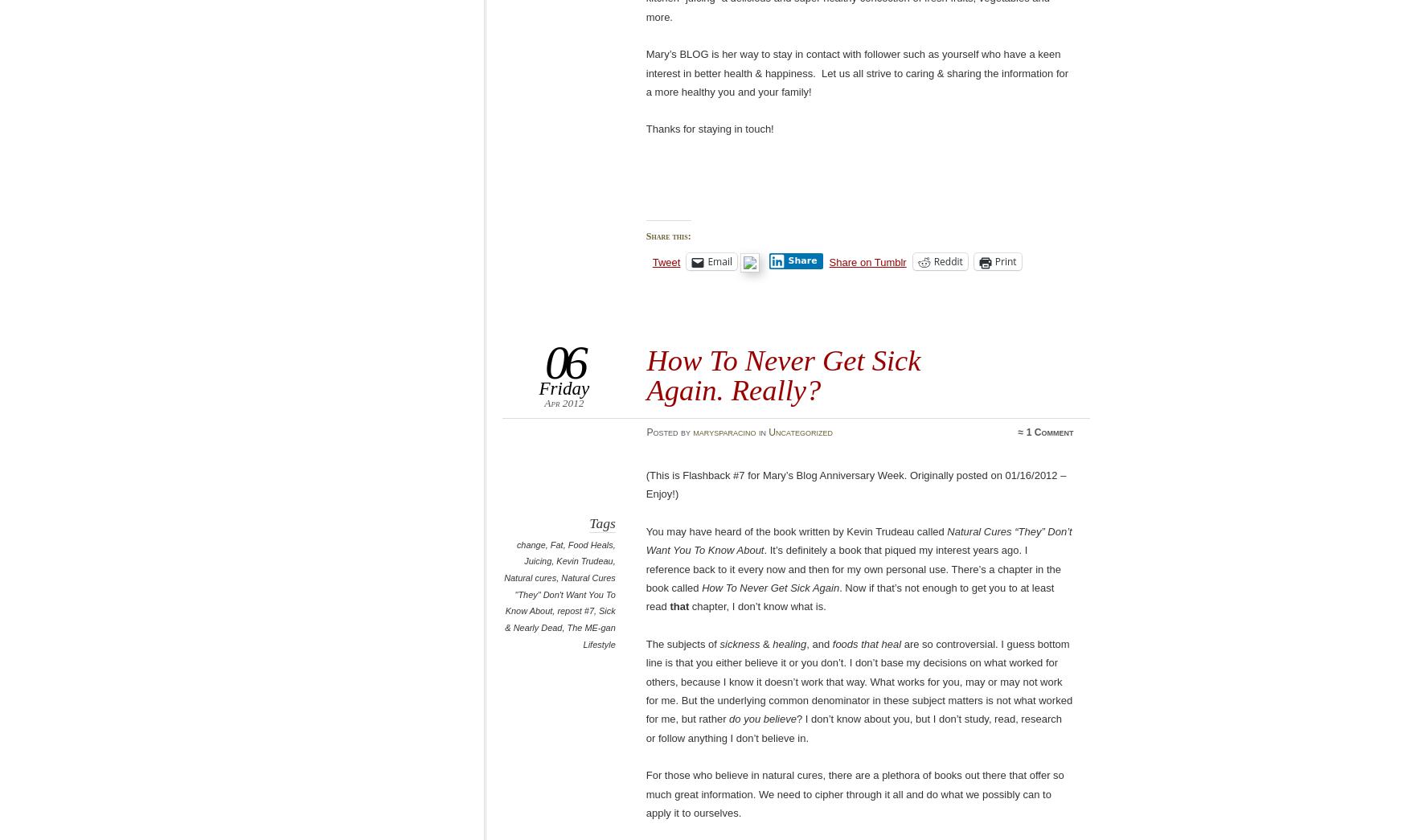 This screenshot has width=1406, height=840. I want to click on 'Kevin Trudeau', so click(584, 559).